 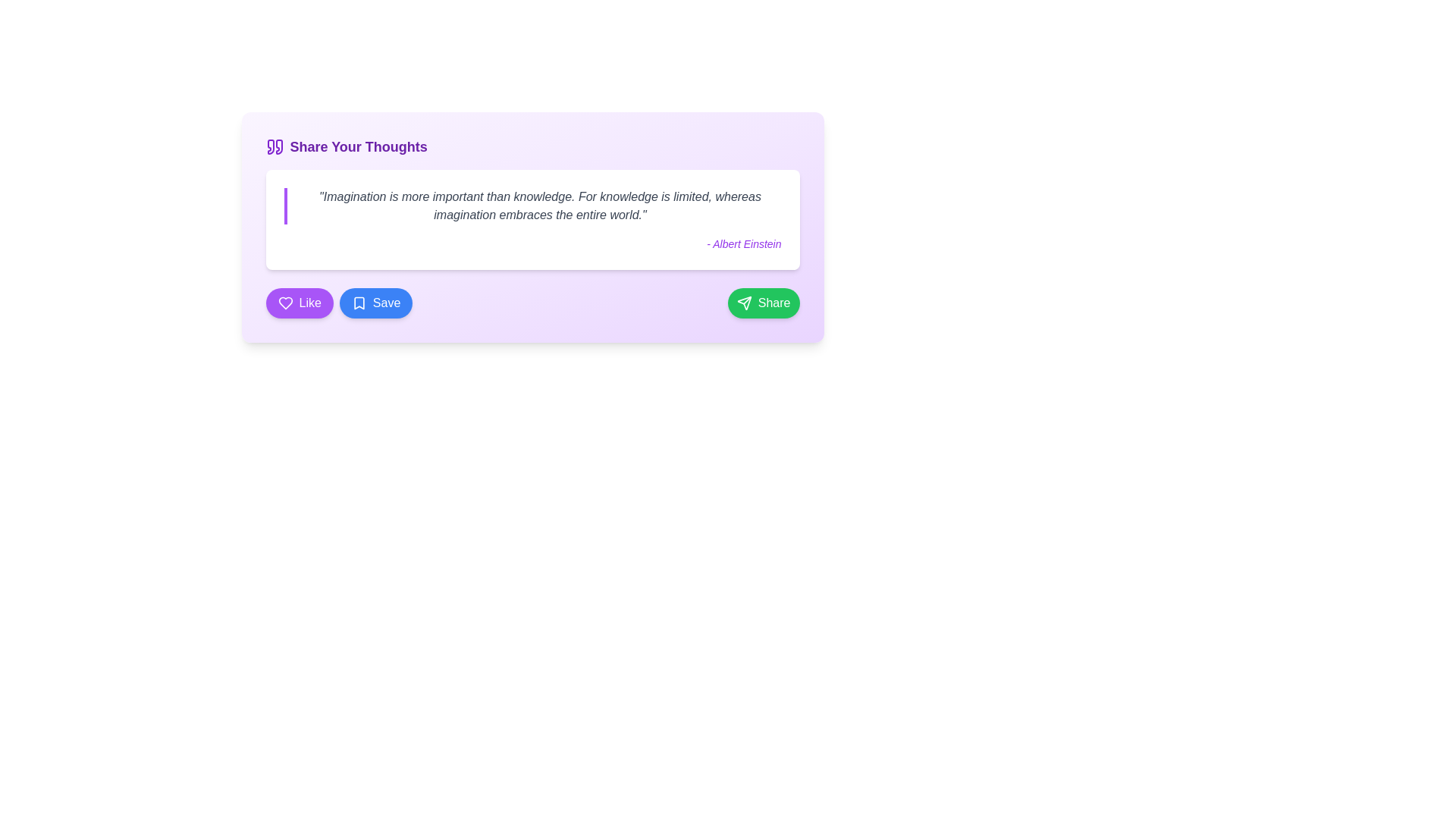 I want to click on the share icon located inside the 'Share' button, to the left of its text label, in the bottom-right section of the card interface, so click(x=744, y=303).